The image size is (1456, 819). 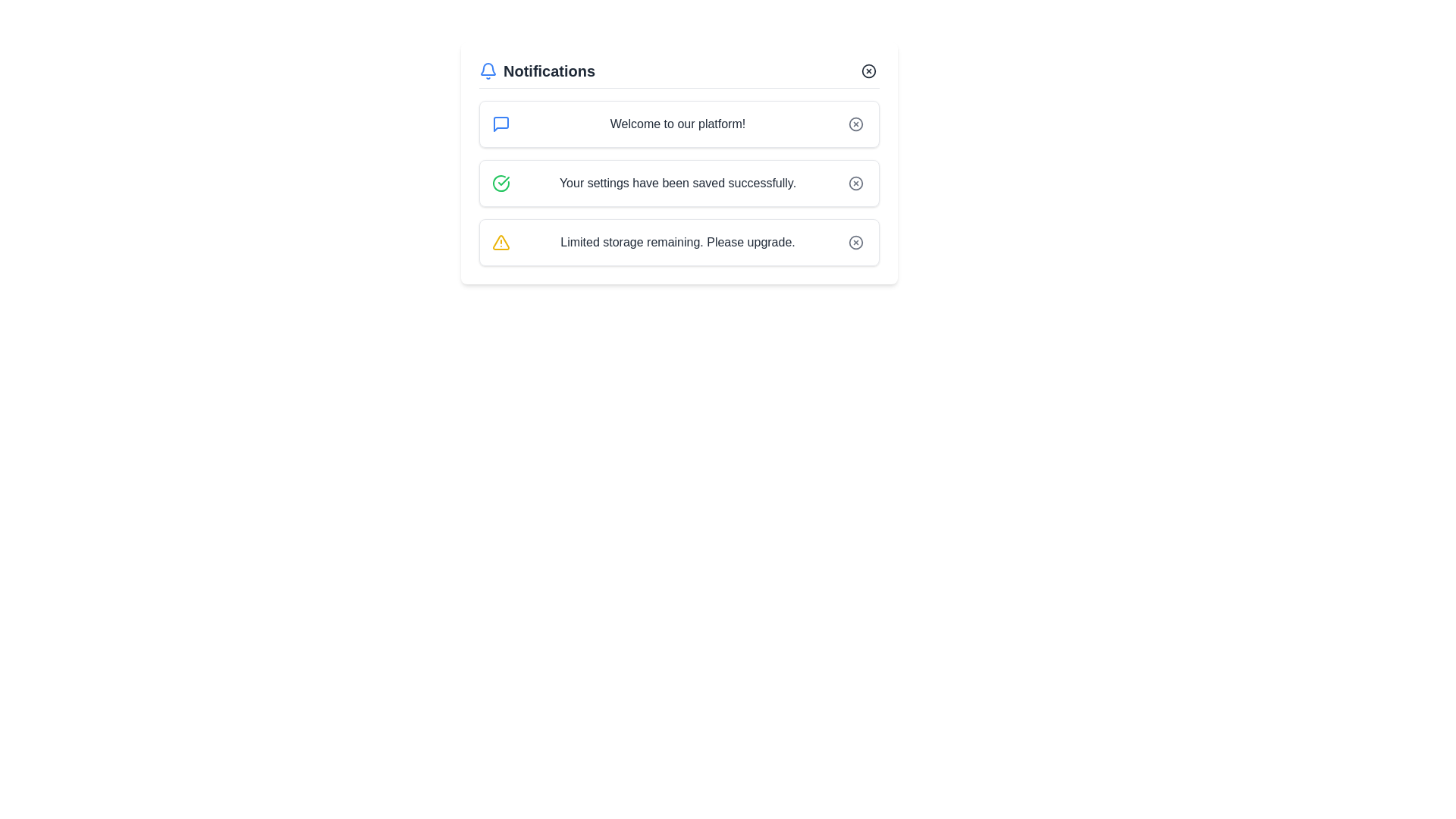 I want to click on the warning icon located in the lower section of the notification panel, so click(x=501, y=242).